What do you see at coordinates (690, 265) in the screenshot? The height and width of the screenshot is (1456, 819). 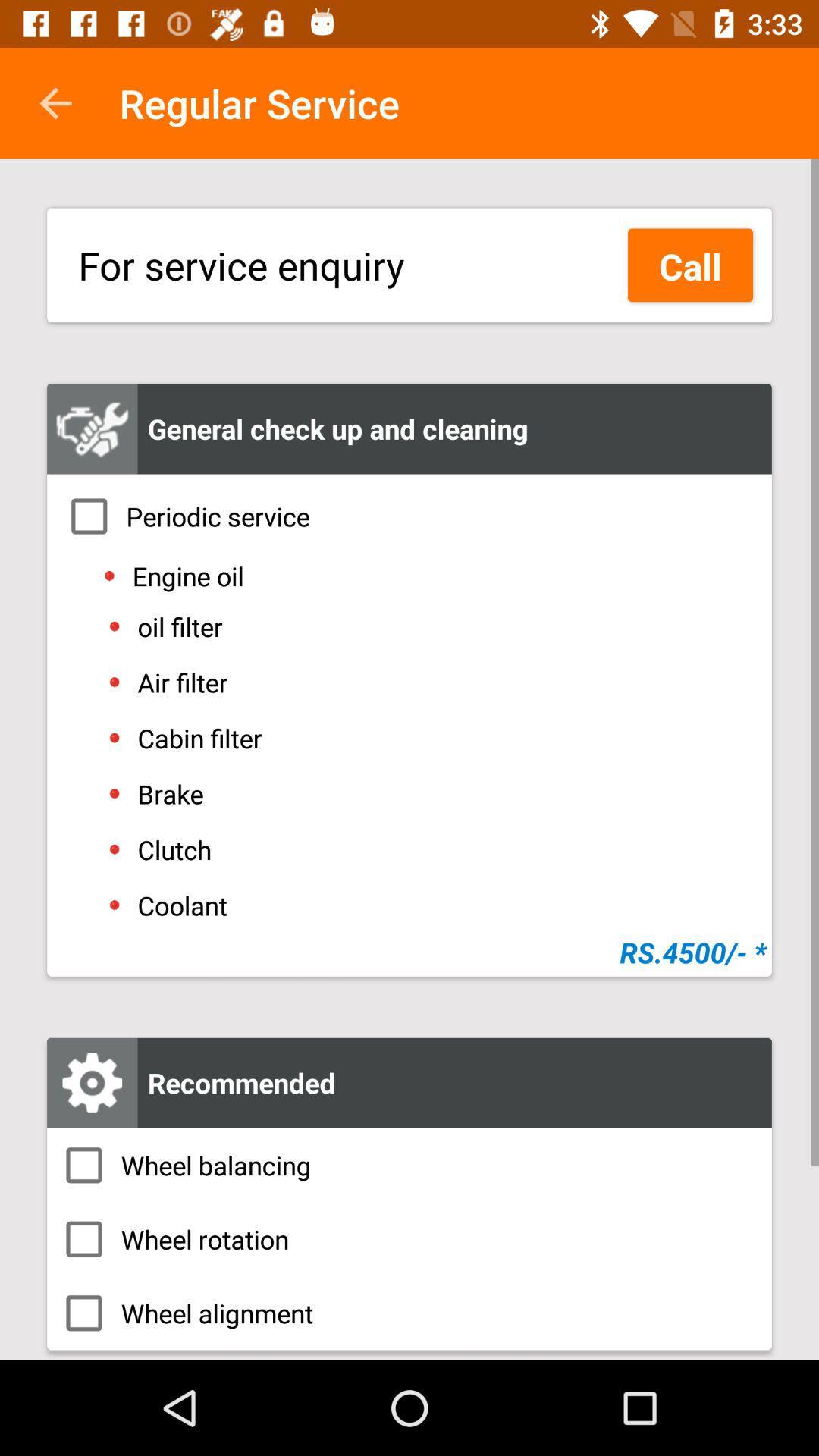 I see `item above general check up item` at bounding box center [690, 265].